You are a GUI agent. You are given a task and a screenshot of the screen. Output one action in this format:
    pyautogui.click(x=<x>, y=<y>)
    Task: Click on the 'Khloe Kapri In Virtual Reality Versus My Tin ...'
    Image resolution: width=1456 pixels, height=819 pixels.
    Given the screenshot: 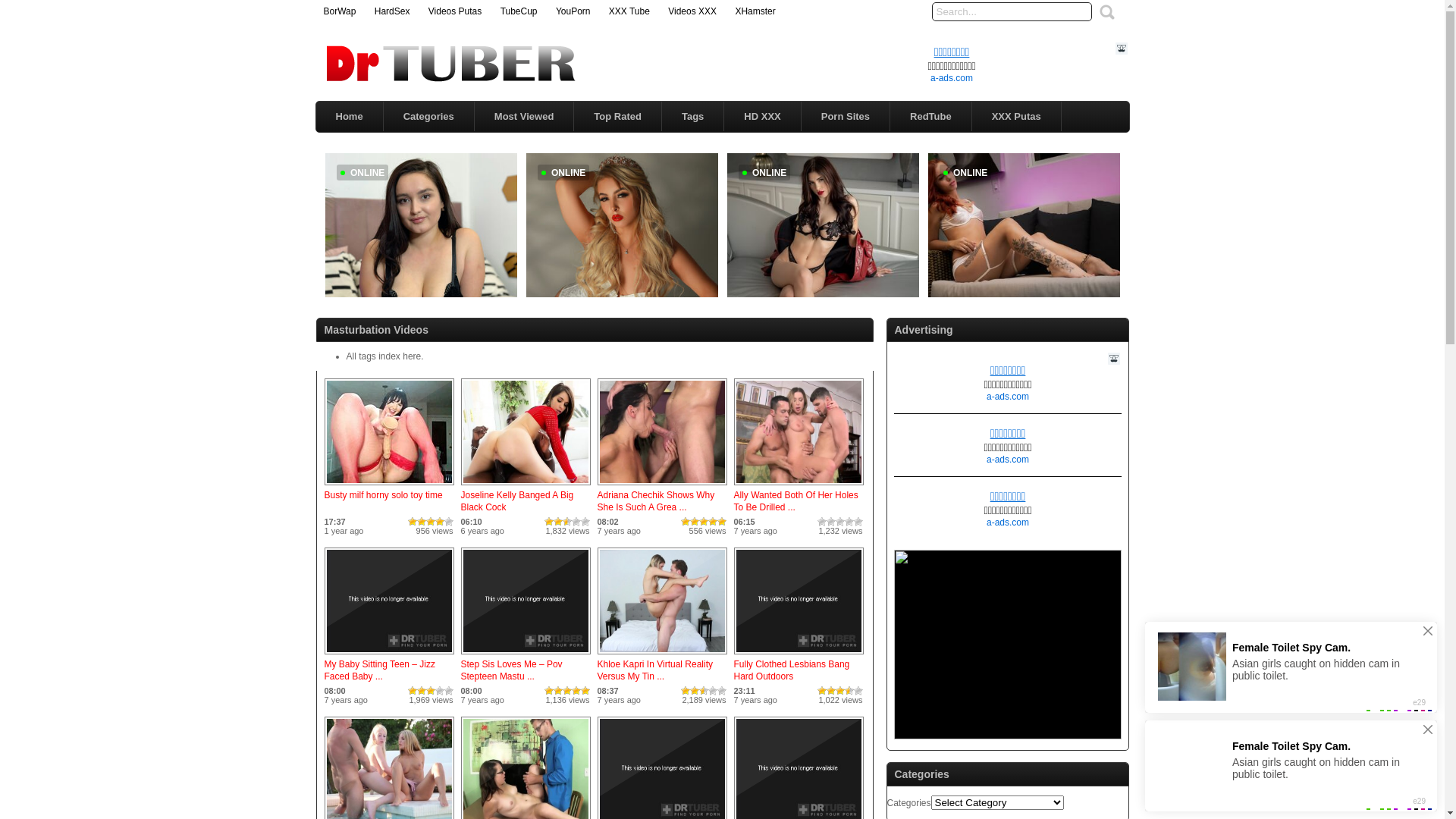 What is the action you would take?
    pyautogui.click(x=655, y=669)
    